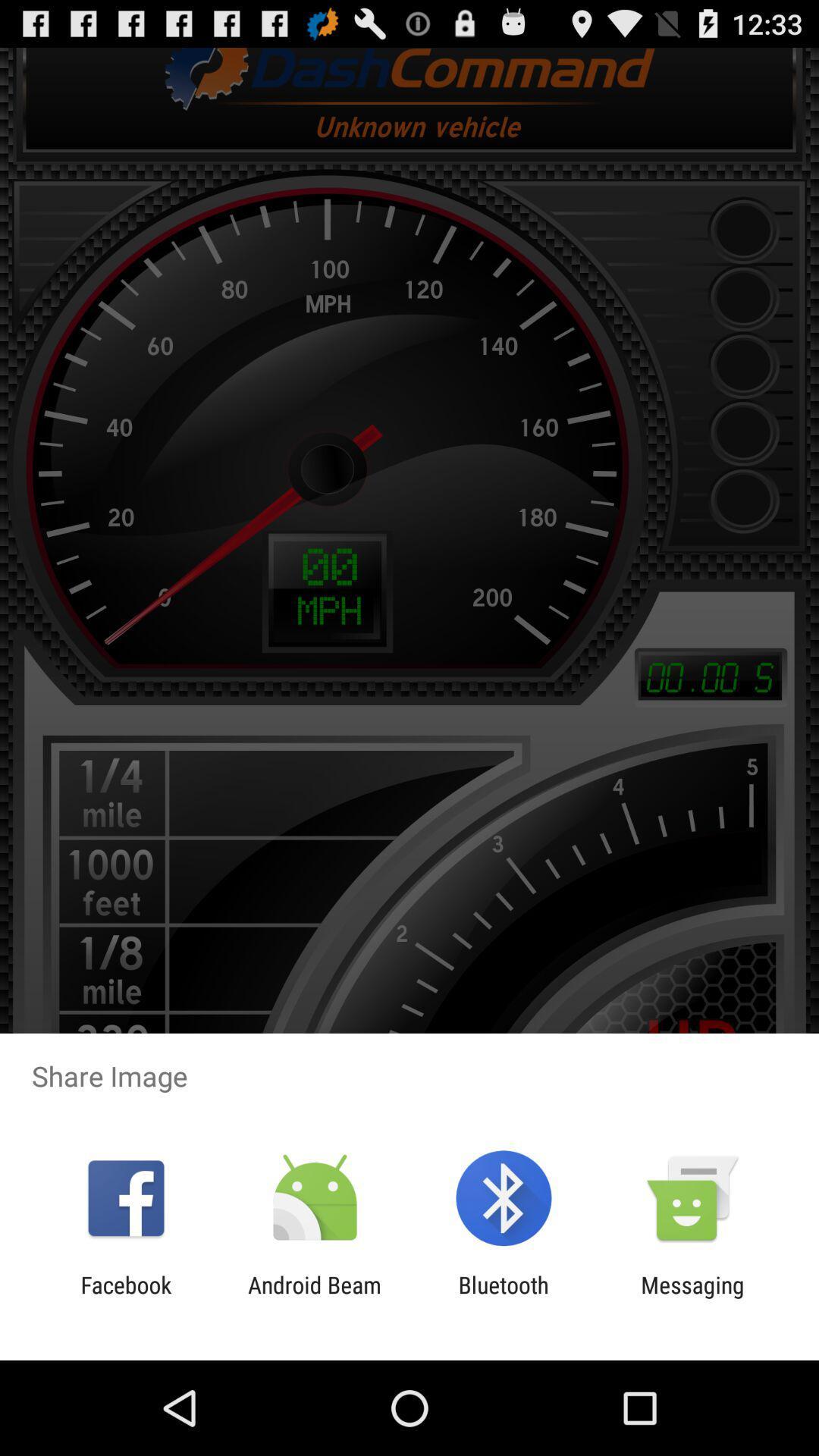 The height and width of the screenshot is (1456, 819). I want to click on bluetooth item, so click(504, 1298).